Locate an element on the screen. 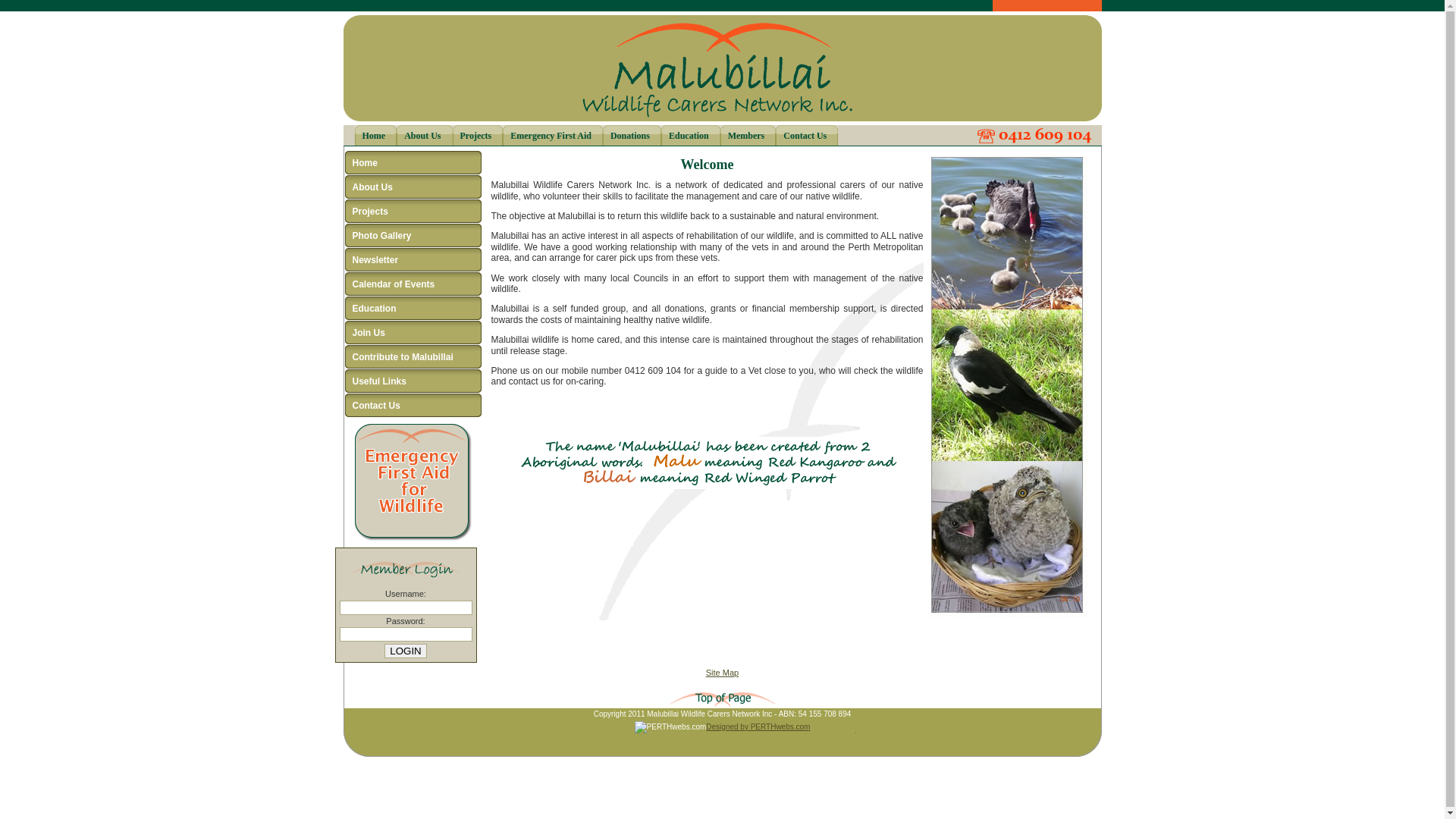 This screenshot has height=819, width=1456. 'Join Us' is located at coordinates (412, 332).